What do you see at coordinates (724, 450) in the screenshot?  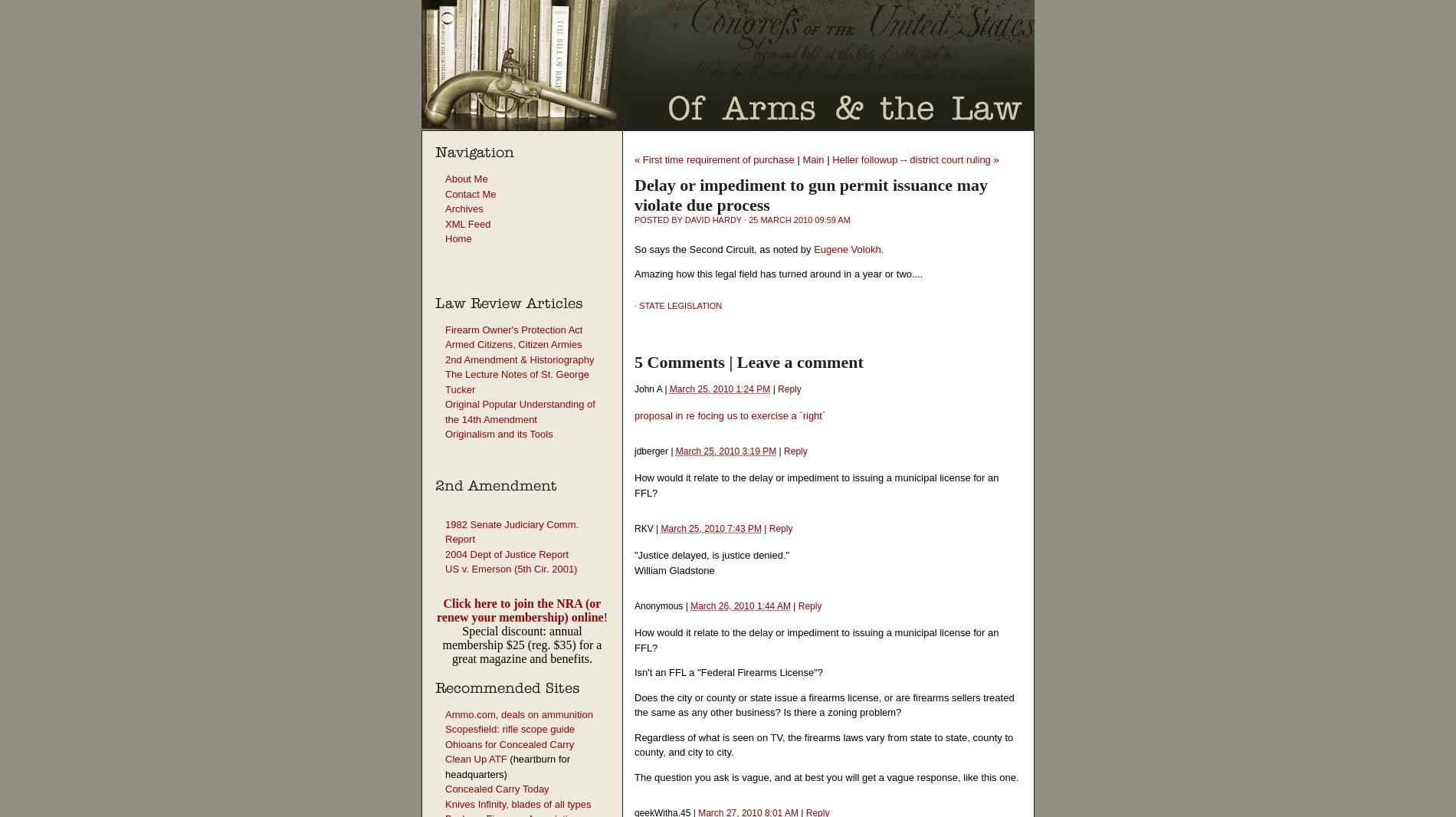 I see `'March 25, 2010  3:19 PM'` at bounding box center [724, 450].